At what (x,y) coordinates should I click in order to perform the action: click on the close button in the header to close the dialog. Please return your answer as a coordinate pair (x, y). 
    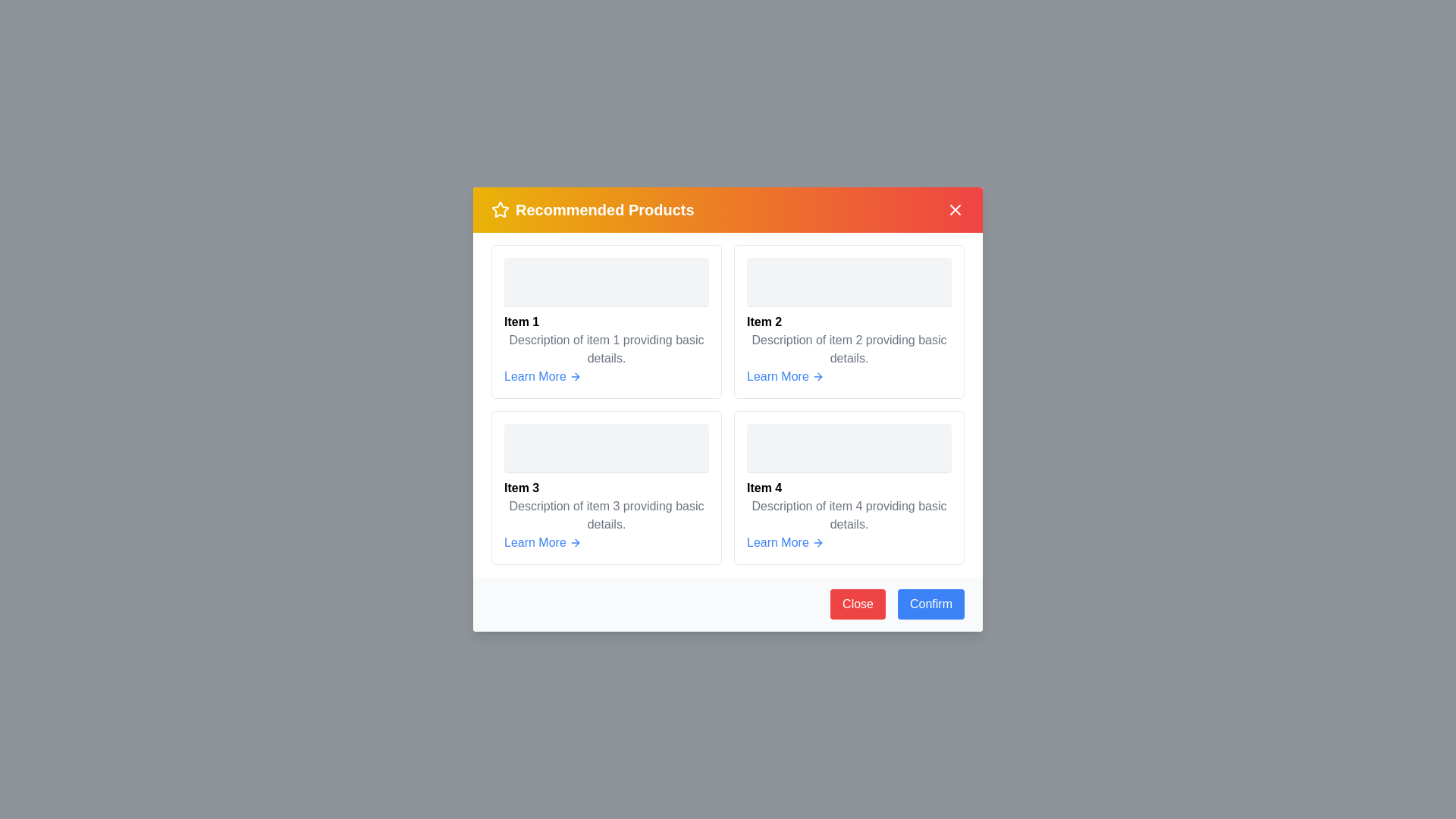
    Looking at the image, I should click on (954, 210).